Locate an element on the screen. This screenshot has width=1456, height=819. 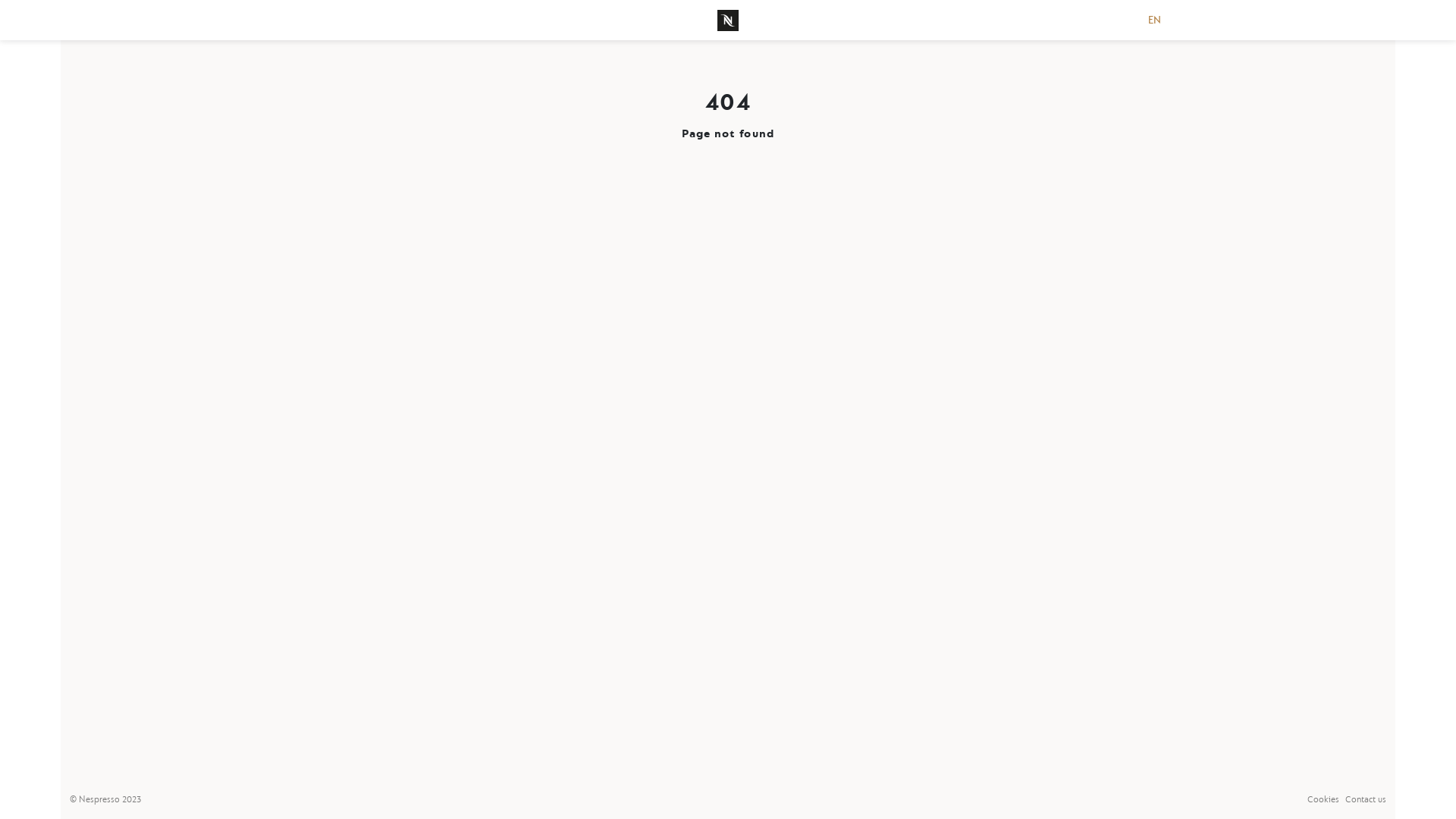
'EN' is located at coordinates (1153, 20).